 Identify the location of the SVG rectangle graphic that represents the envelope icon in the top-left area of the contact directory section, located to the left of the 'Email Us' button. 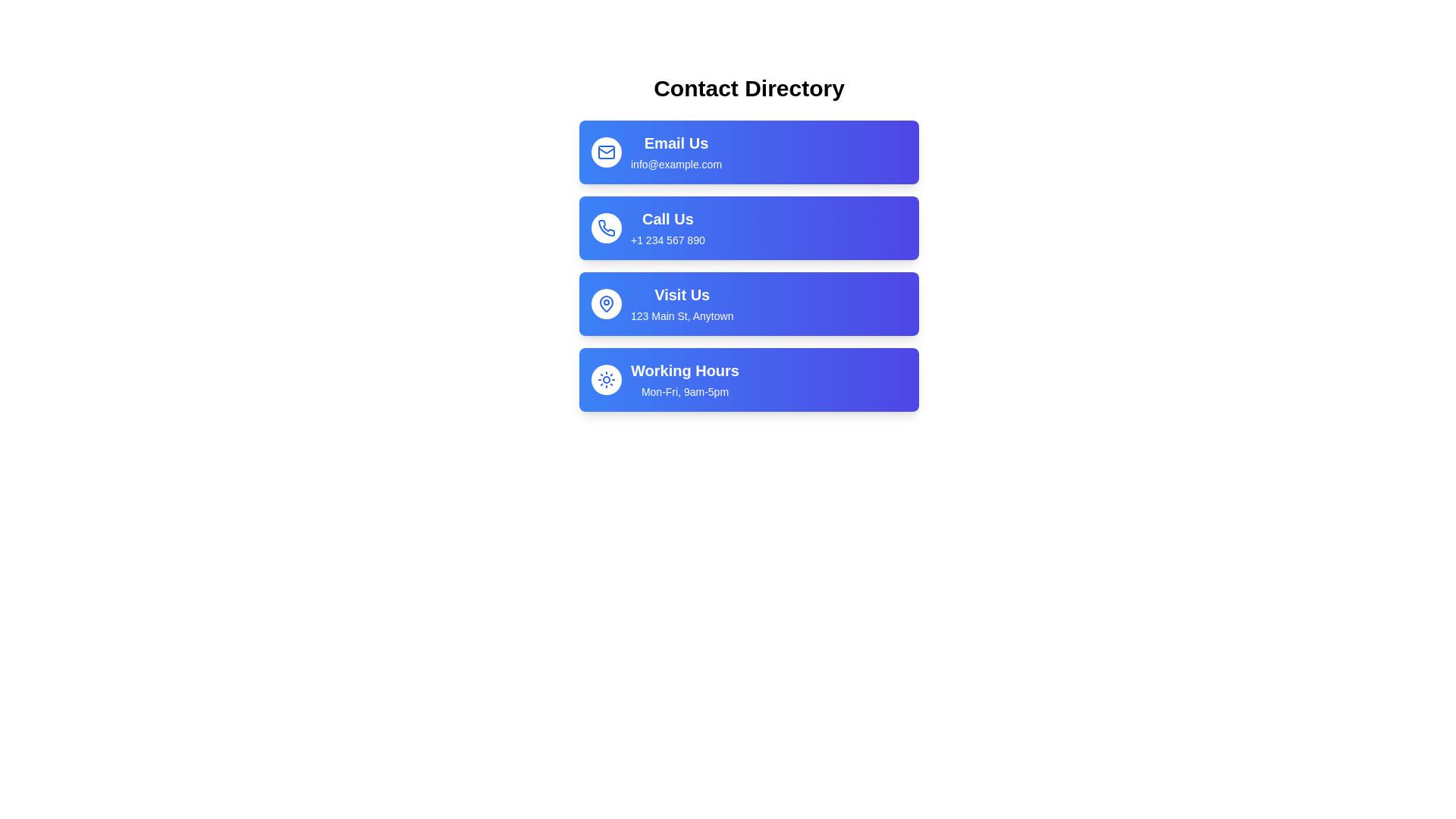
(607, 152).